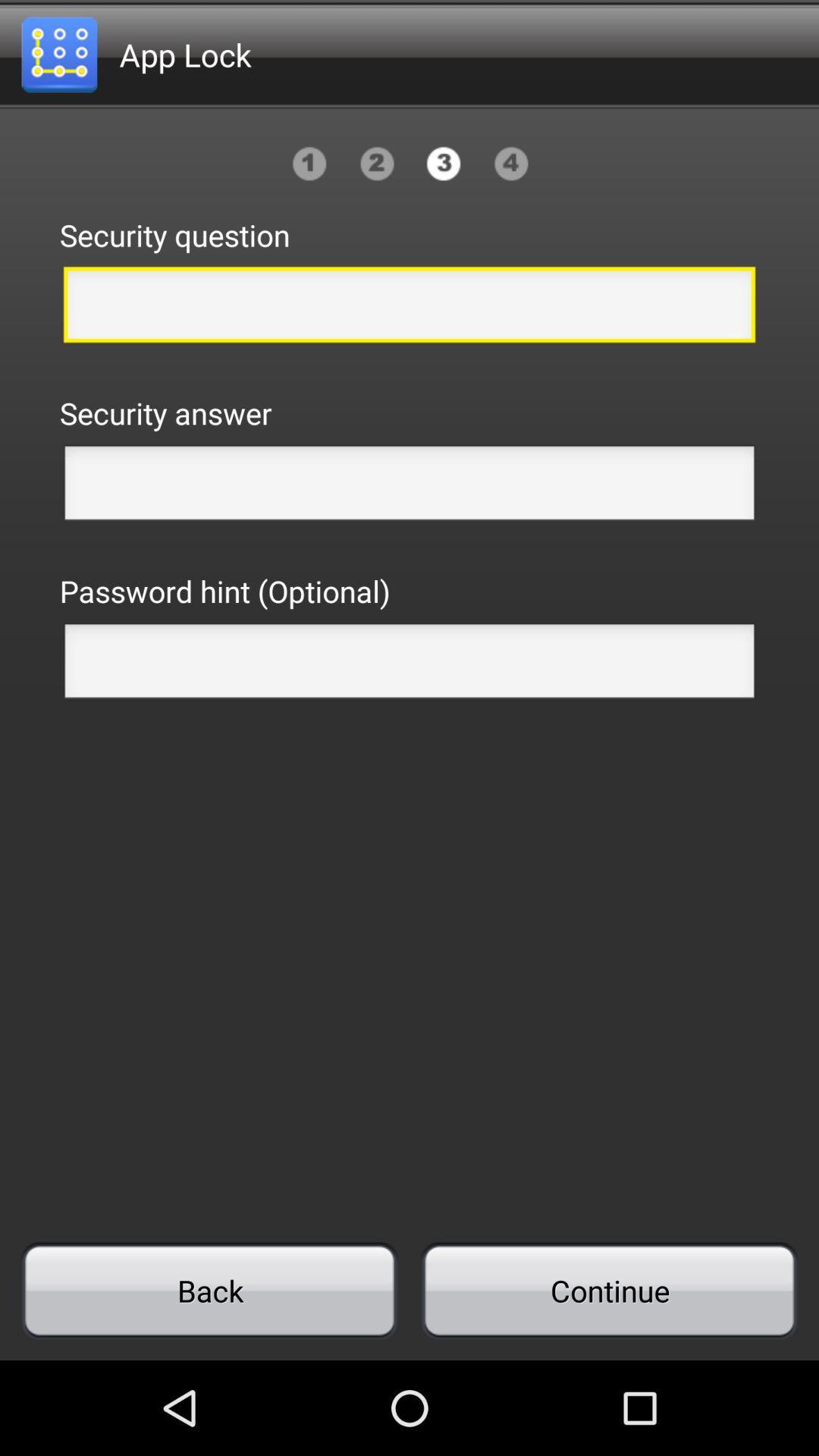 Image resolution: width=819 pixels, height=1456 pixels. What do you see at coordinates (209, 1290) in the screenshot?
I see `back item` at bounding box center [209, 1290].